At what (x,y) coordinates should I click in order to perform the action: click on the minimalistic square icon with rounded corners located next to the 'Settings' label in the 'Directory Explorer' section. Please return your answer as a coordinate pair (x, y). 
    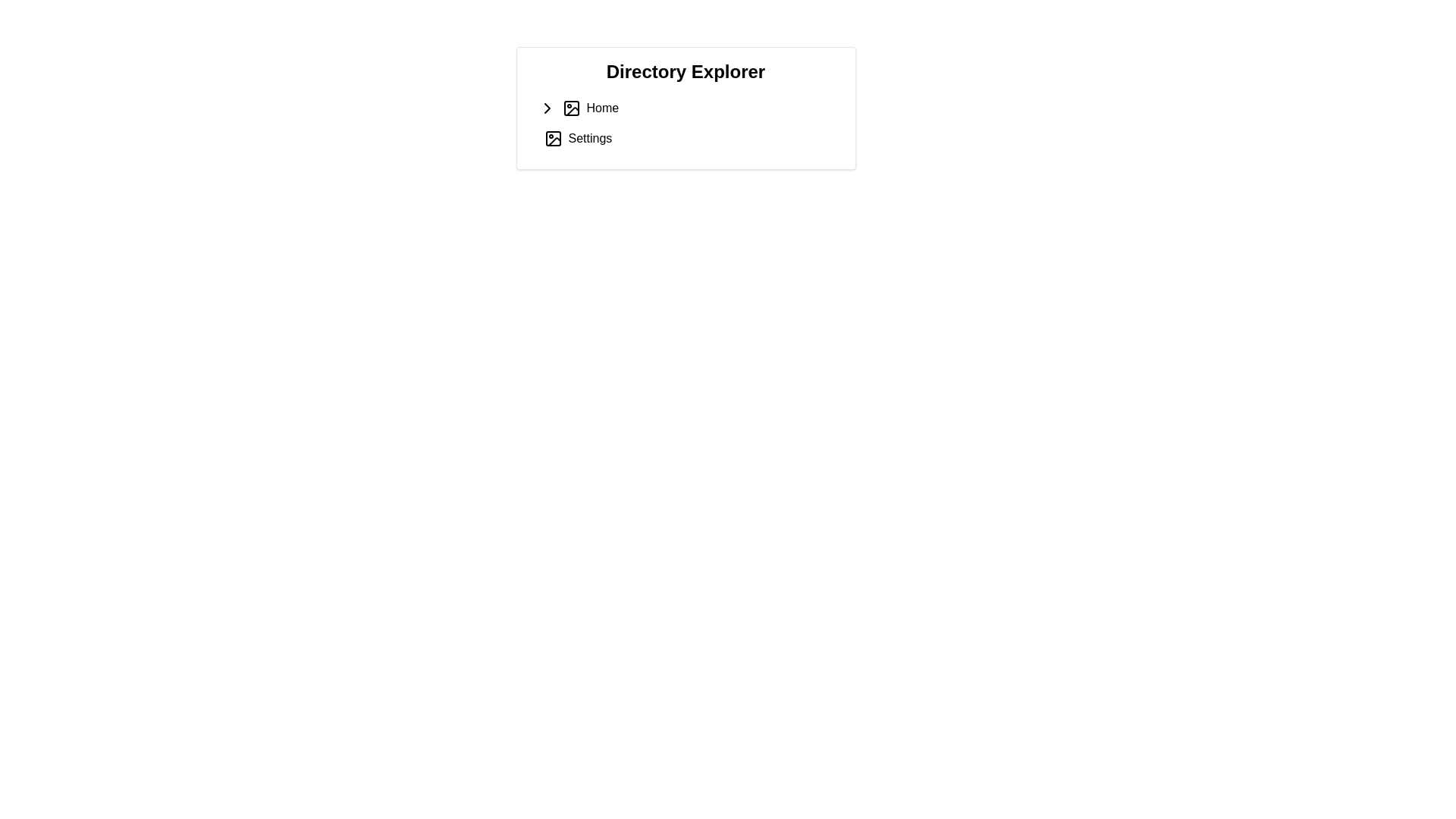
    Looking at the image, I should click on (552, 138).